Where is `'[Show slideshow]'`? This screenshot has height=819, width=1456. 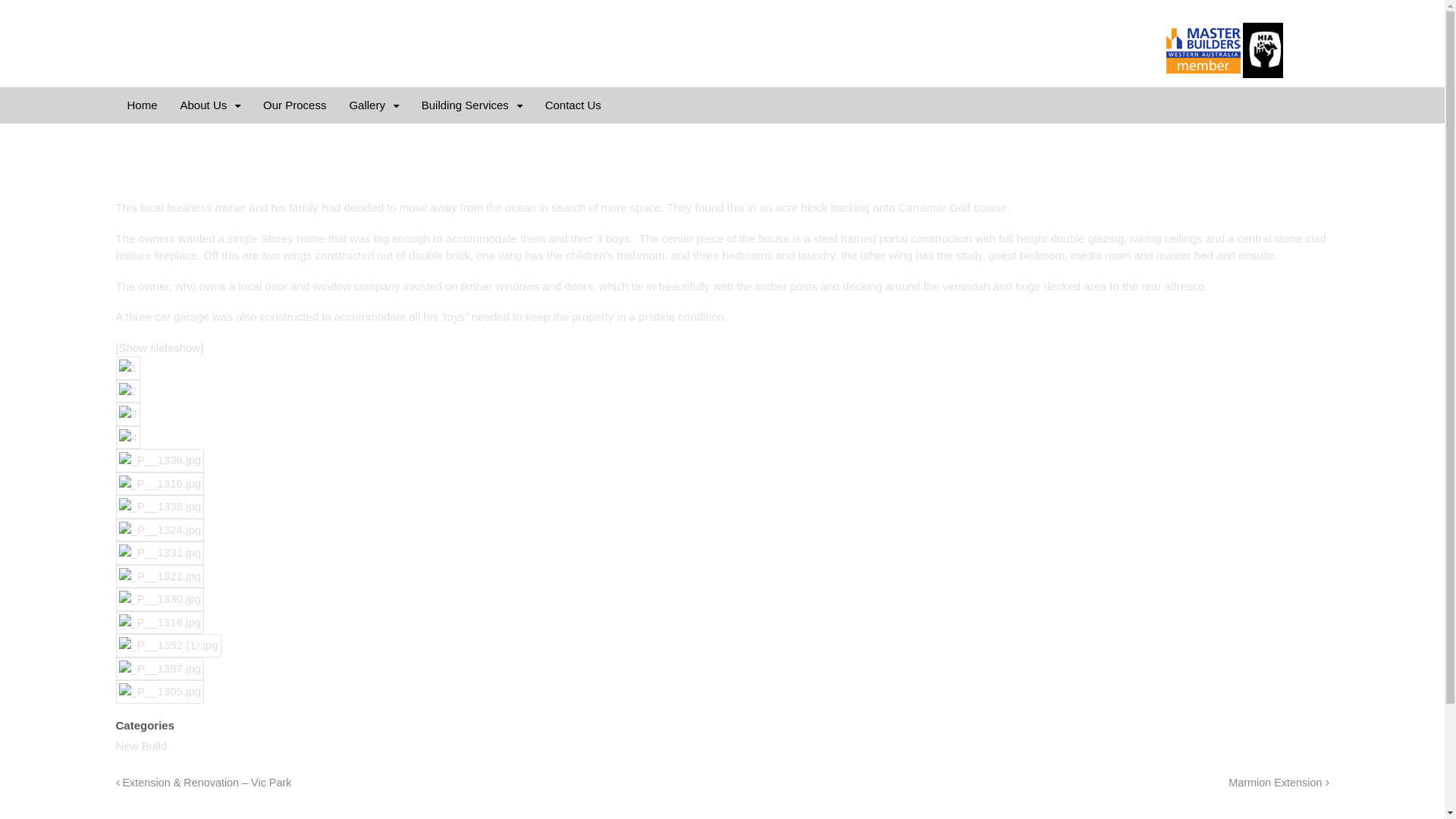
'[Show slideshow]' is located at coordinates (159, 347).